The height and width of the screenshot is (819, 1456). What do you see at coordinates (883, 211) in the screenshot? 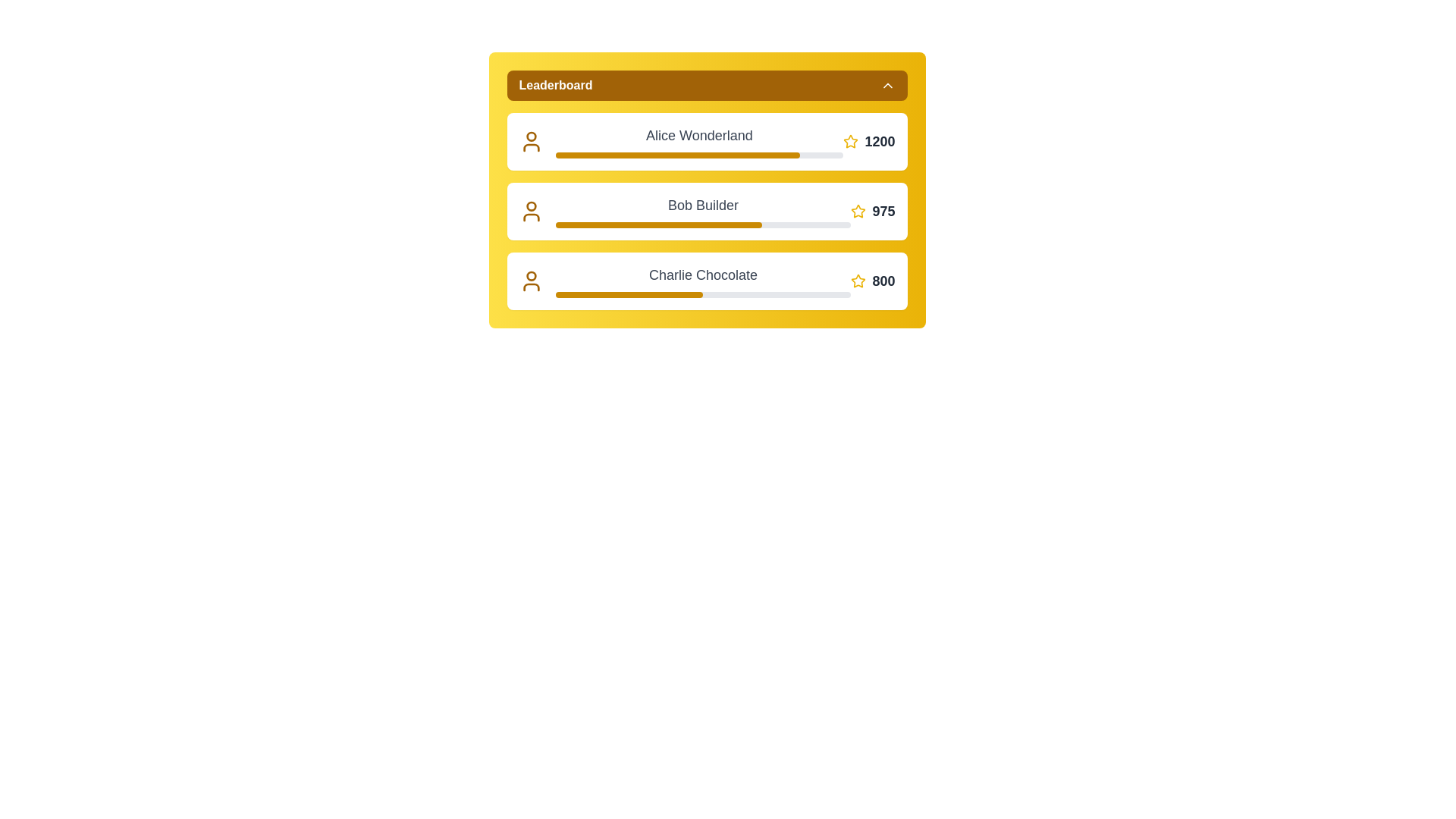
I see `displayed score or rating for 'Bob Builder' from the text label located at the far-right end of the leaderboard entry, positioned to the right of the star icon` at bounding box center [883, 211].